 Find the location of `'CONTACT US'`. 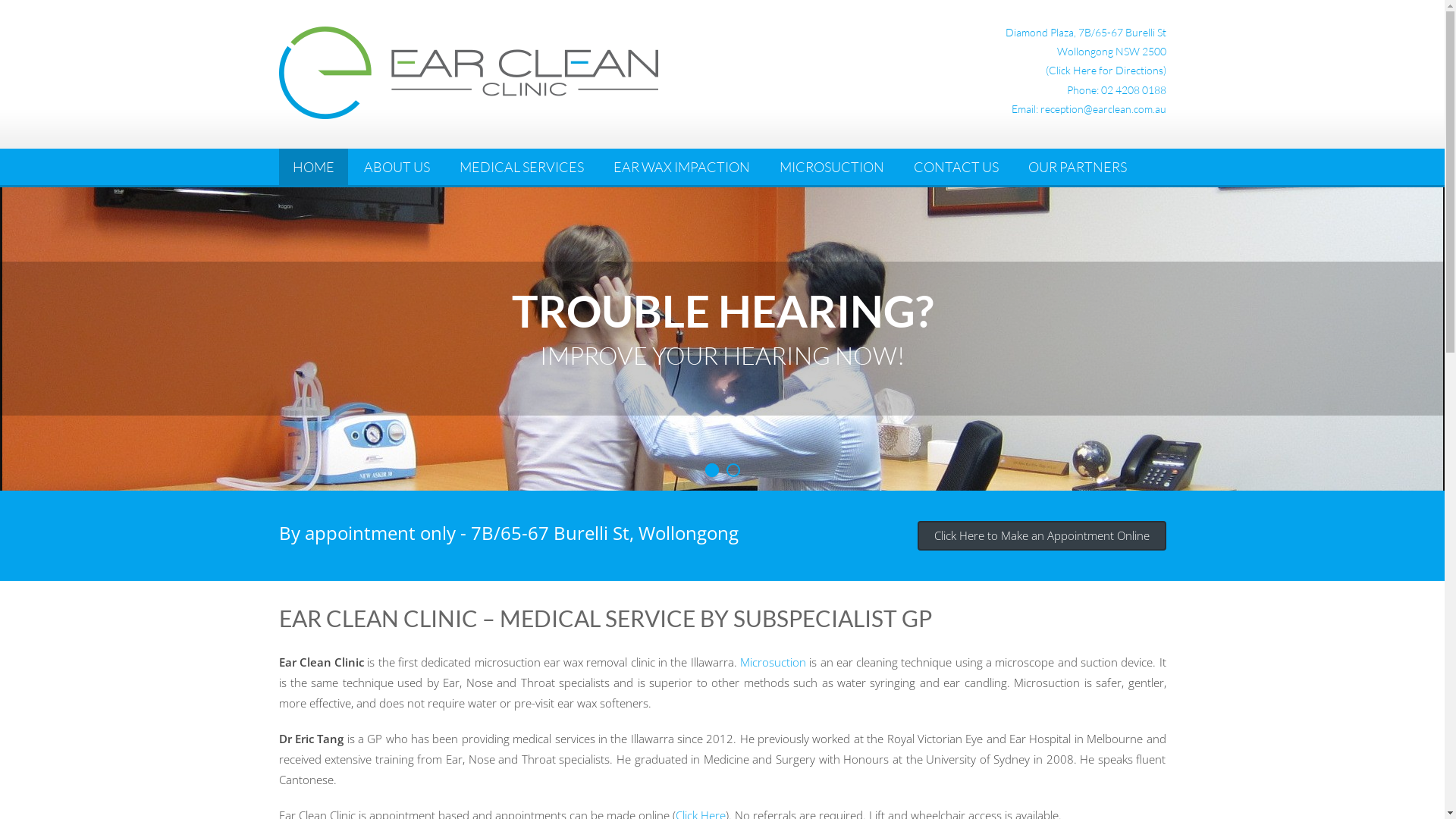

'CONTACT US' is located at coordinates (899, 166).